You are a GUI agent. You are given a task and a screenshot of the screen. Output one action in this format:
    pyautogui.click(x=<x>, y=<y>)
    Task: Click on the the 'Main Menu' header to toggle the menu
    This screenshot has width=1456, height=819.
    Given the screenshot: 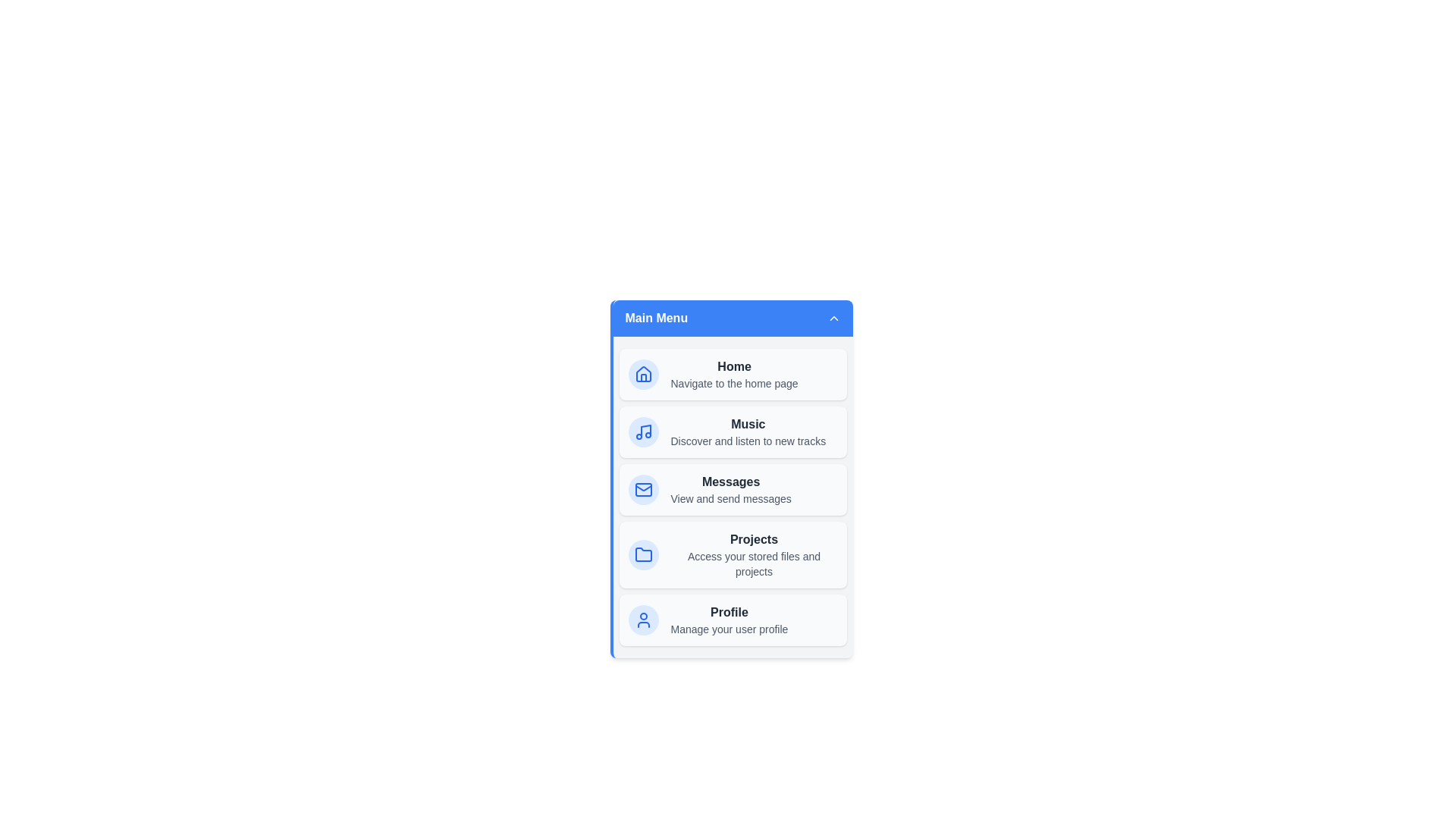 What is the action you would take?
    pyautogui.click(x=733, y=318)
    